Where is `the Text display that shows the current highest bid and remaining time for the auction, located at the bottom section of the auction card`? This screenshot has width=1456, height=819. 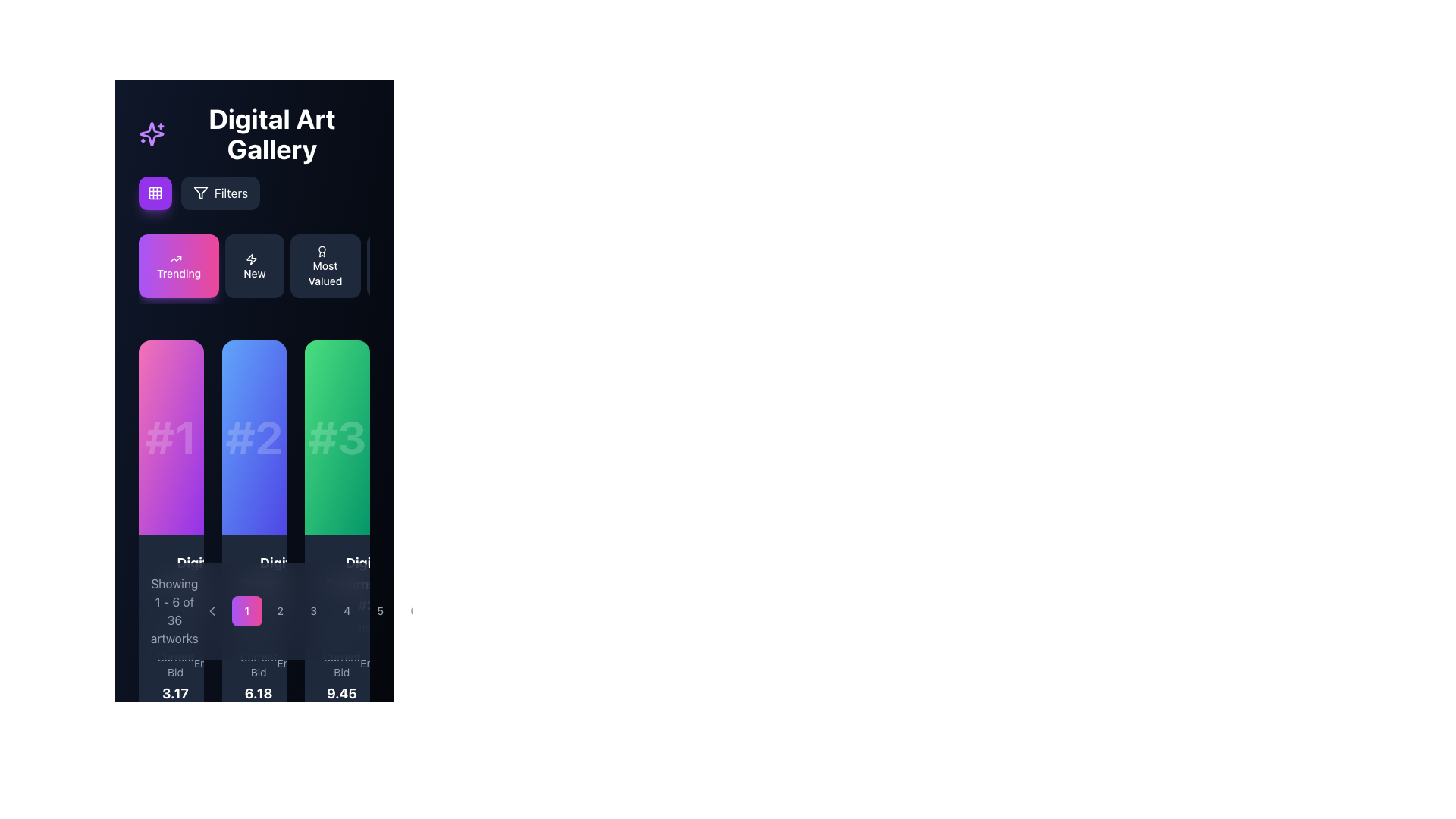
the Text display that shows the current highest bid and remaining time for the auction, located at the bottom section of the auction card is located at coordinates (171, 687).